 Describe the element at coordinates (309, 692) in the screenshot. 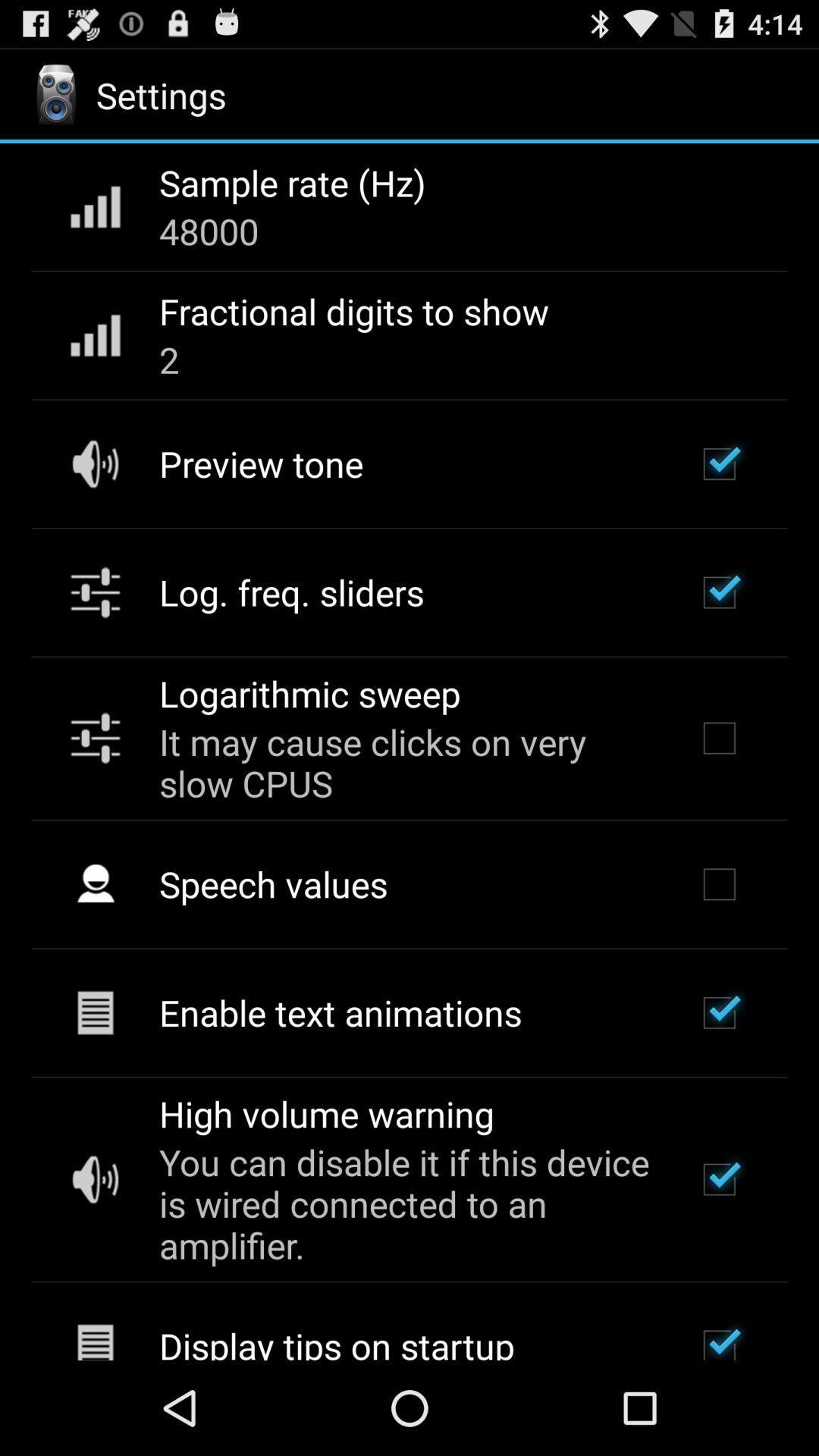

I see `the app below the log. freq. sliders icon` at that location.